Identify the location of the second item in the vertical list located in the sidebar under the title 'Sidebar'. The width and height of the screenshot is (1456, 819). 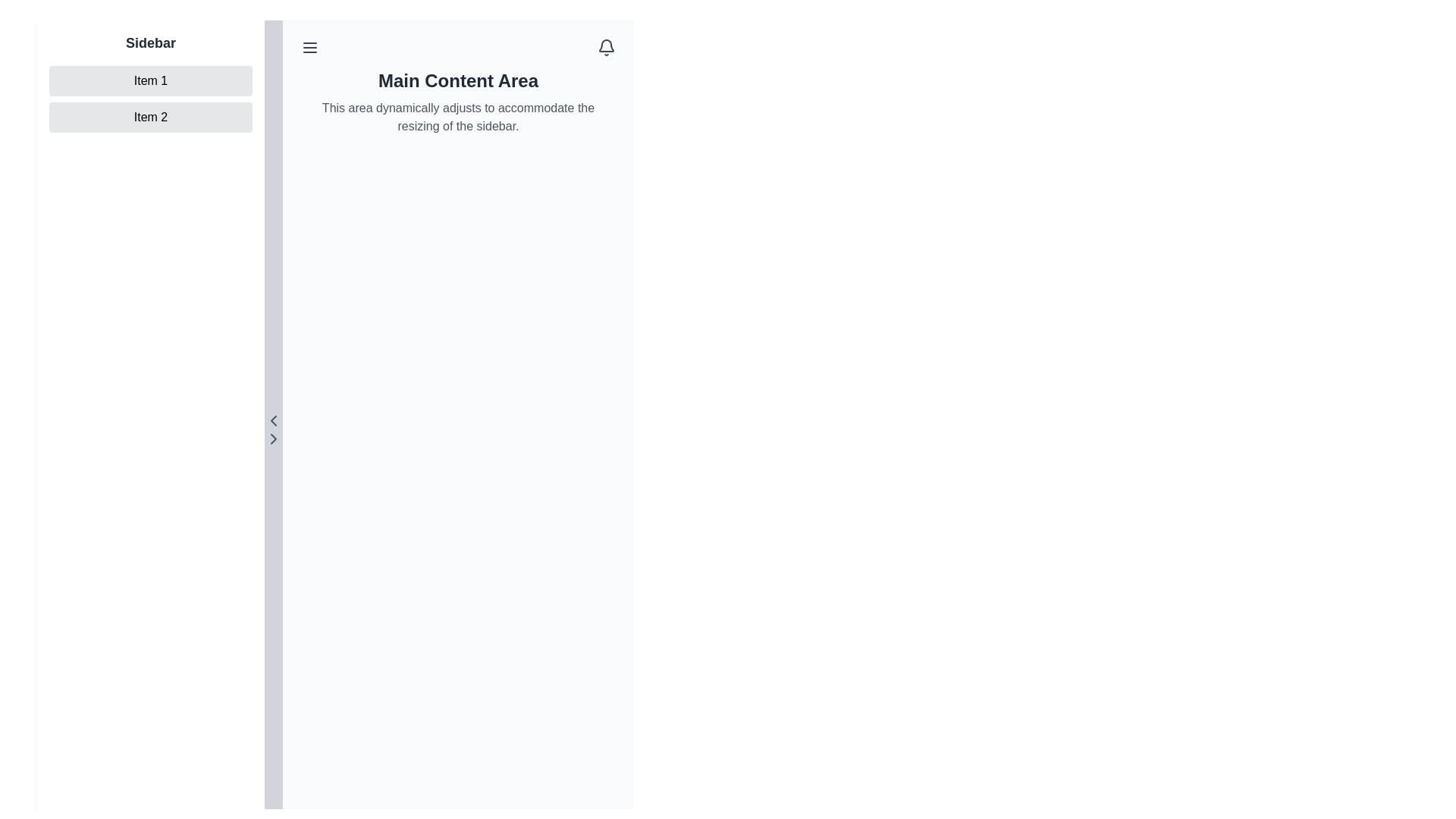
(150, 99).